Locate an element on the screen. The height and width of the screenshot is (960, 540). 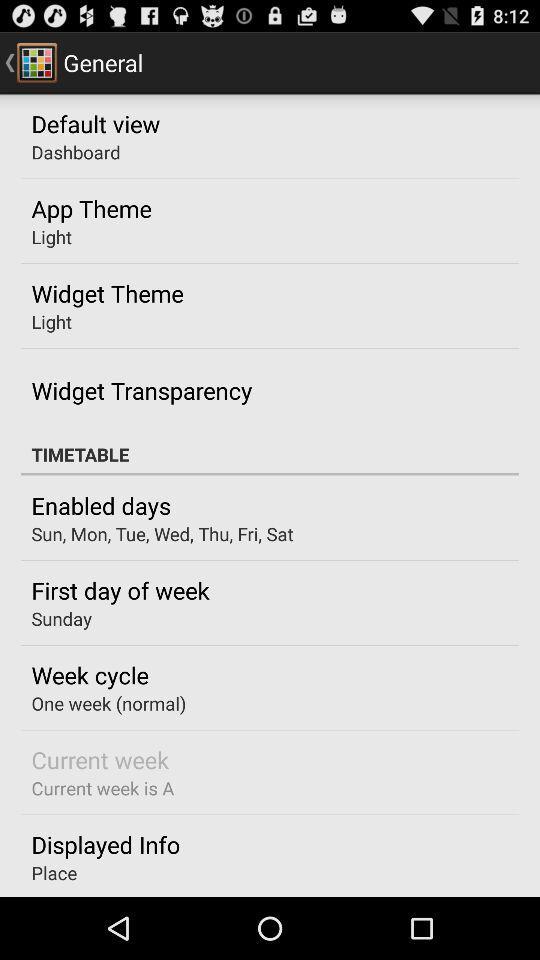
widget theme icon is located at coordinates (107, 292).